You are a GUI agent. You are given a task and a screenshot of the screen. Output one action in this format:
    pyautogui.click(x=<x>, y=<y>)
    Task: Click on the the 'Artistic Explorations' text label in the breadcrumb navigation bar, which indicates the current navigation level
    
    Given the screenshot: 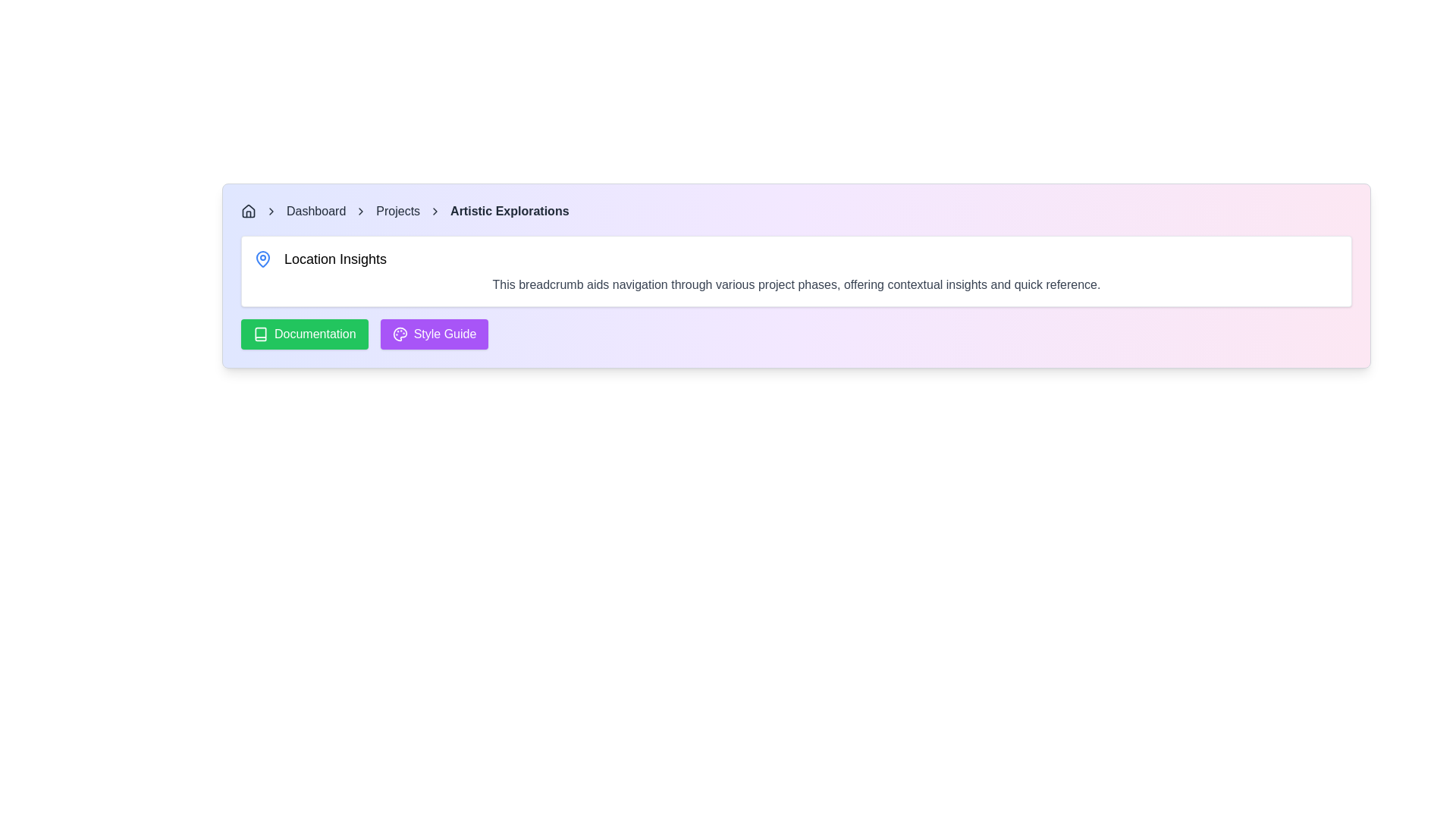 What is the action you would take?
    pyautogui.click(x=510, y=211)
    